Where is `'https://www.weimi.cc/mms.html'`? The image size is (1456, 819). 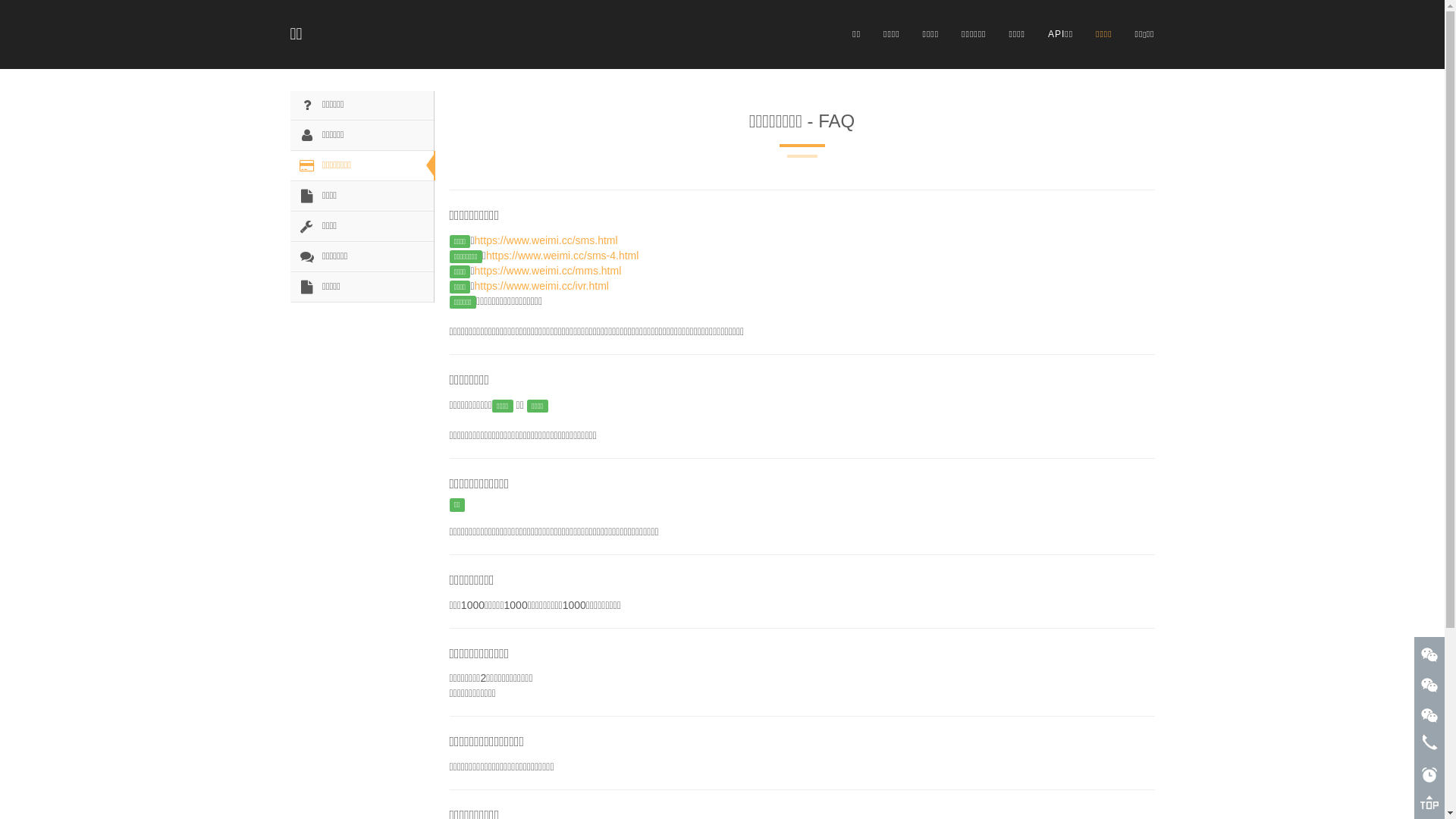 'https://www.weimi.cc/mms.html' is located at coordinates (473, 270).